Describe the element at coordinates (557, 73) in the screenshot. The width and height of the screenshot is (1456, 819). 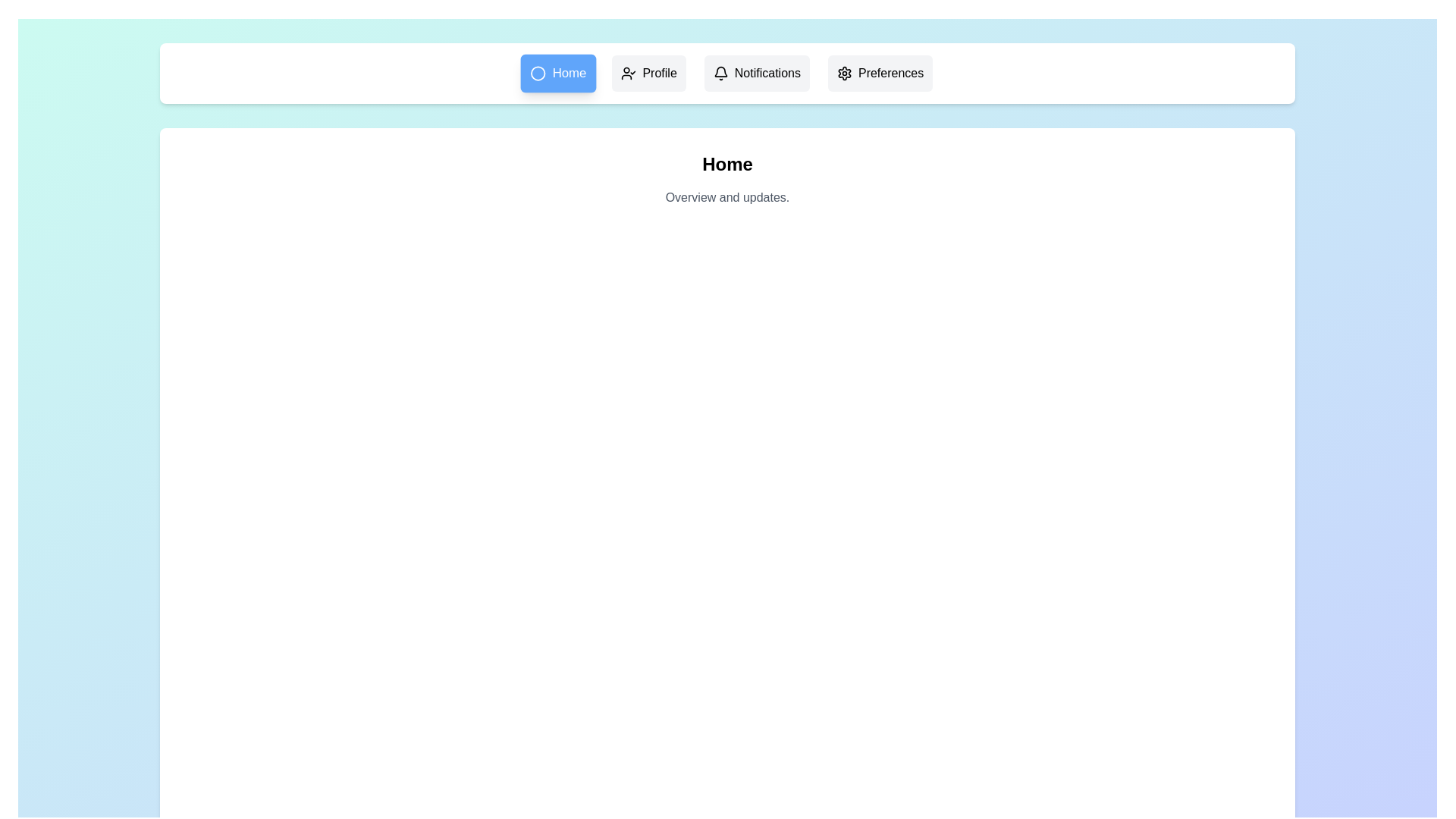
I see `the menu item Home` at that location.